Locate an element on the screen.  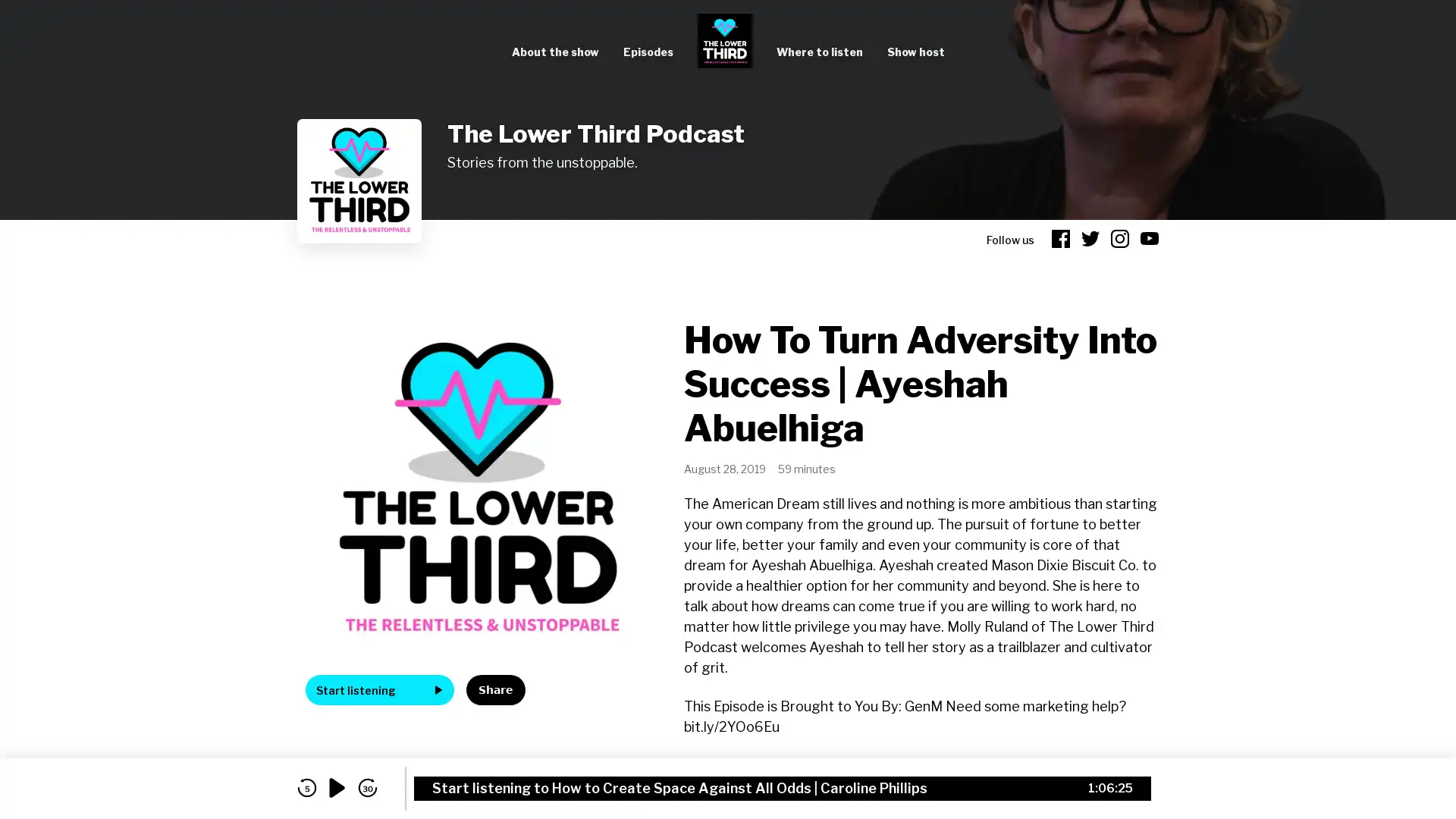
skip back 5 seconds is located at coordinates (306, 787).